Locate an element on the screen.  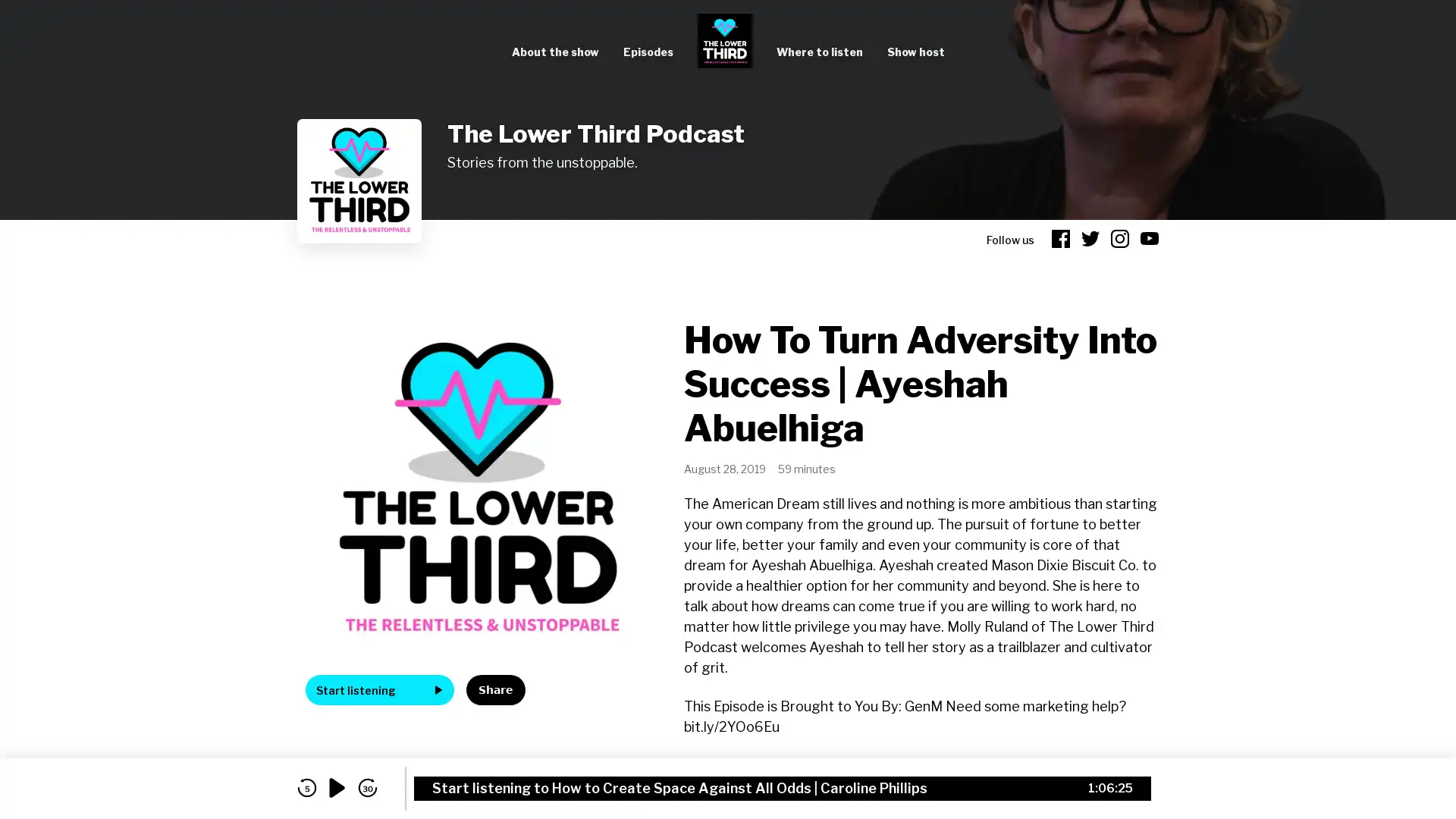
skip back 5 seconds is located at coordinates (306, 787).